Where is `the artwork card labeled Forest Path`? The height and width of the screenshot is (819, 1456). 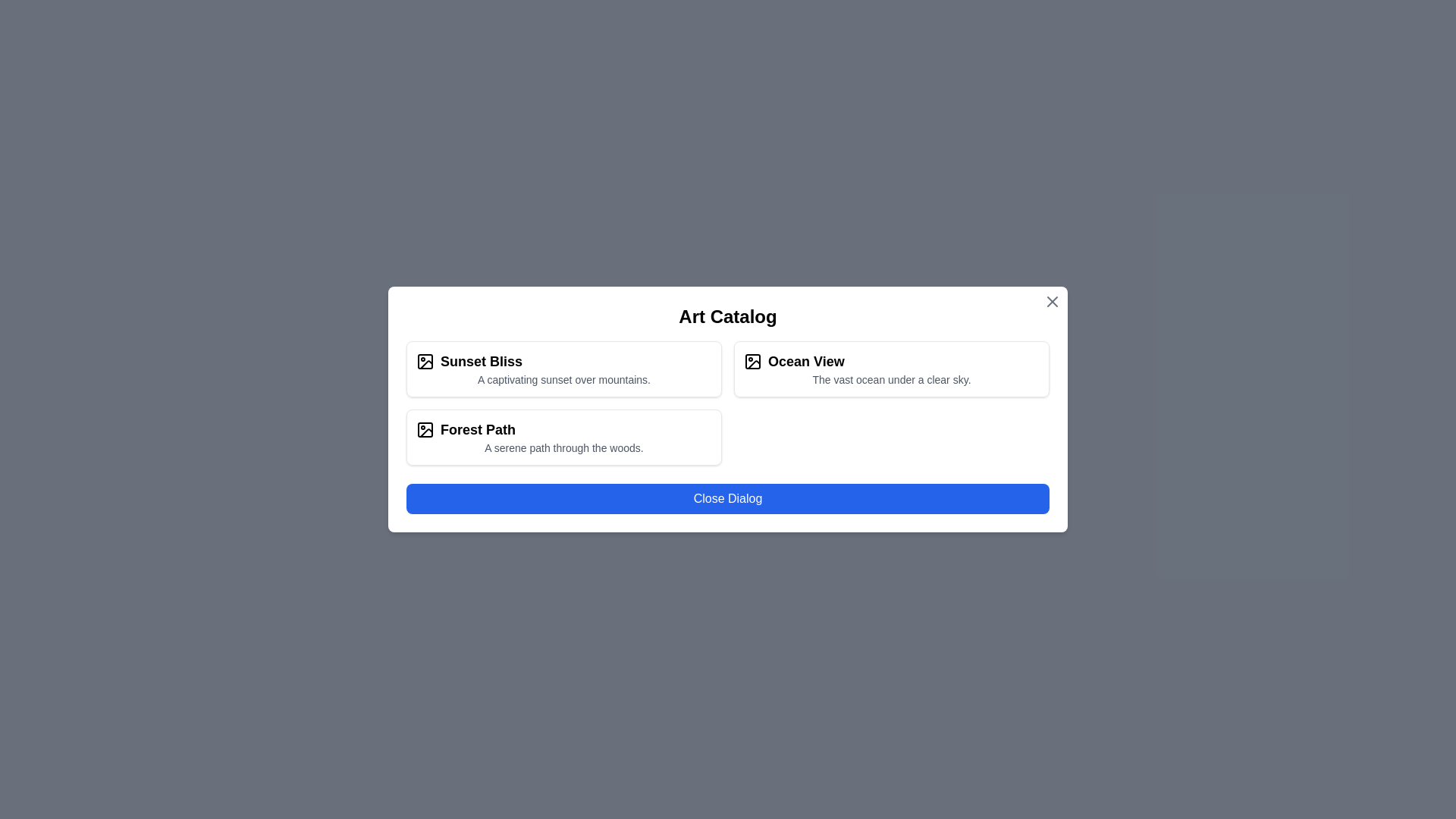
the artwork card labeled Forest Path is located at coordinates (563, 438).